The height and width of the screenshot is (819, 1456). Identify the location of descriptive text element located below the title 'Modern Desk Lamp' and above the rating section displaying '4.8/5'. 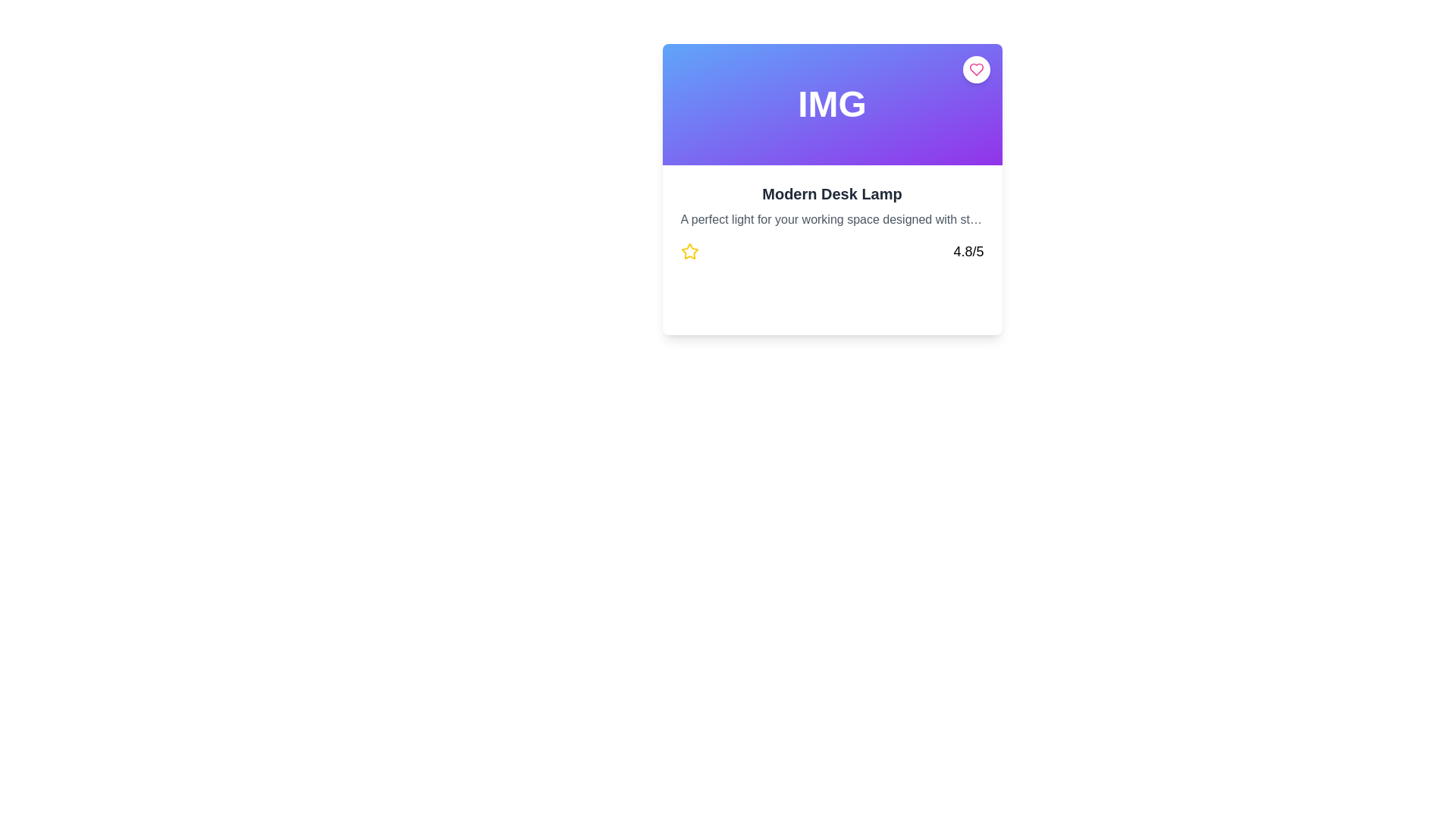
(831, 219).